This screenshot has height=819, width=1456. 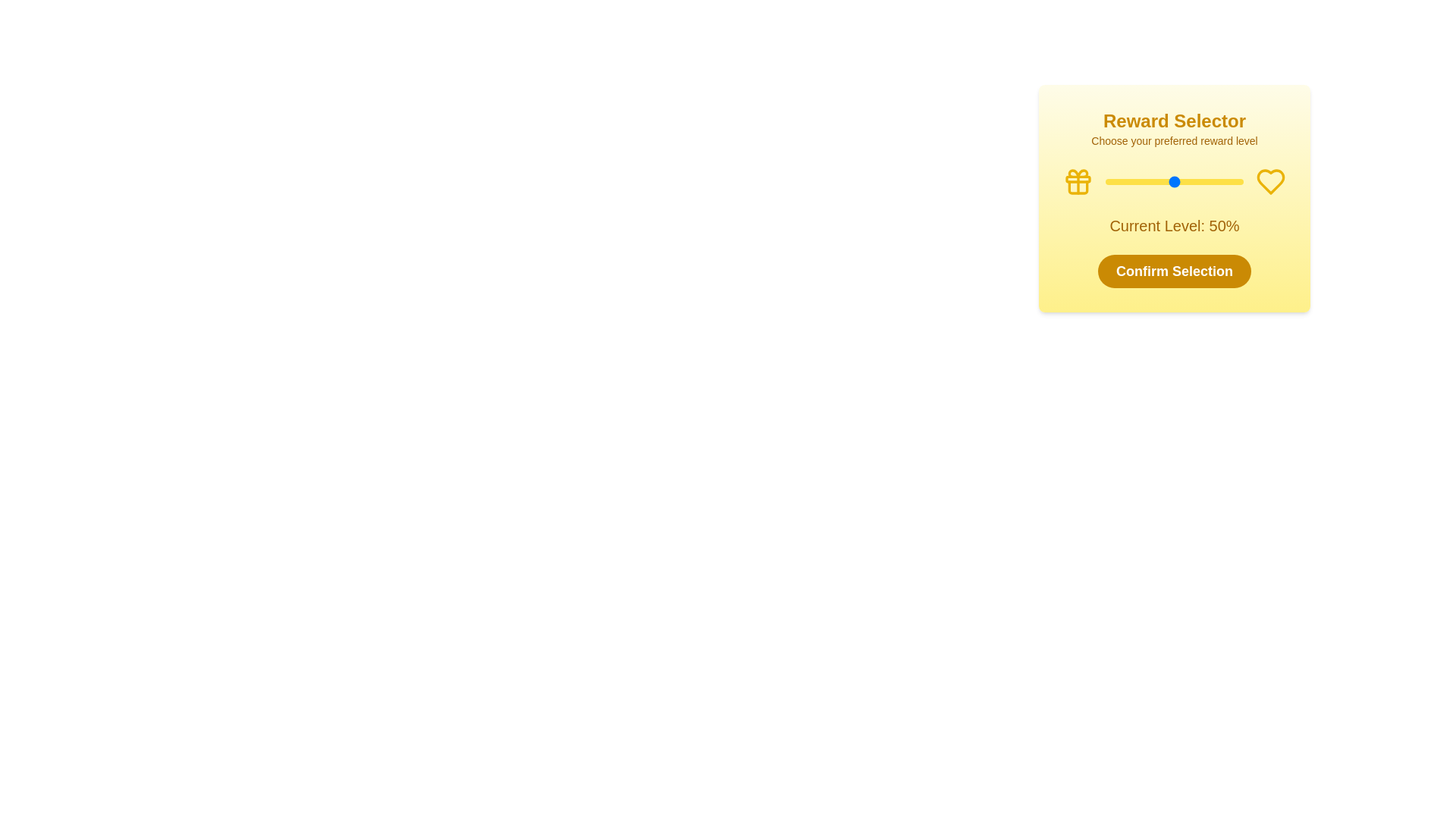 What do you see at coordinates (1077, 180) in the screenshot?
I see `the gift box icon with a yellow outline and a bow, located at the leftmost end of the horizontal arrangement within the 'Reward Selector' card` at bounding box center [1077, 180].